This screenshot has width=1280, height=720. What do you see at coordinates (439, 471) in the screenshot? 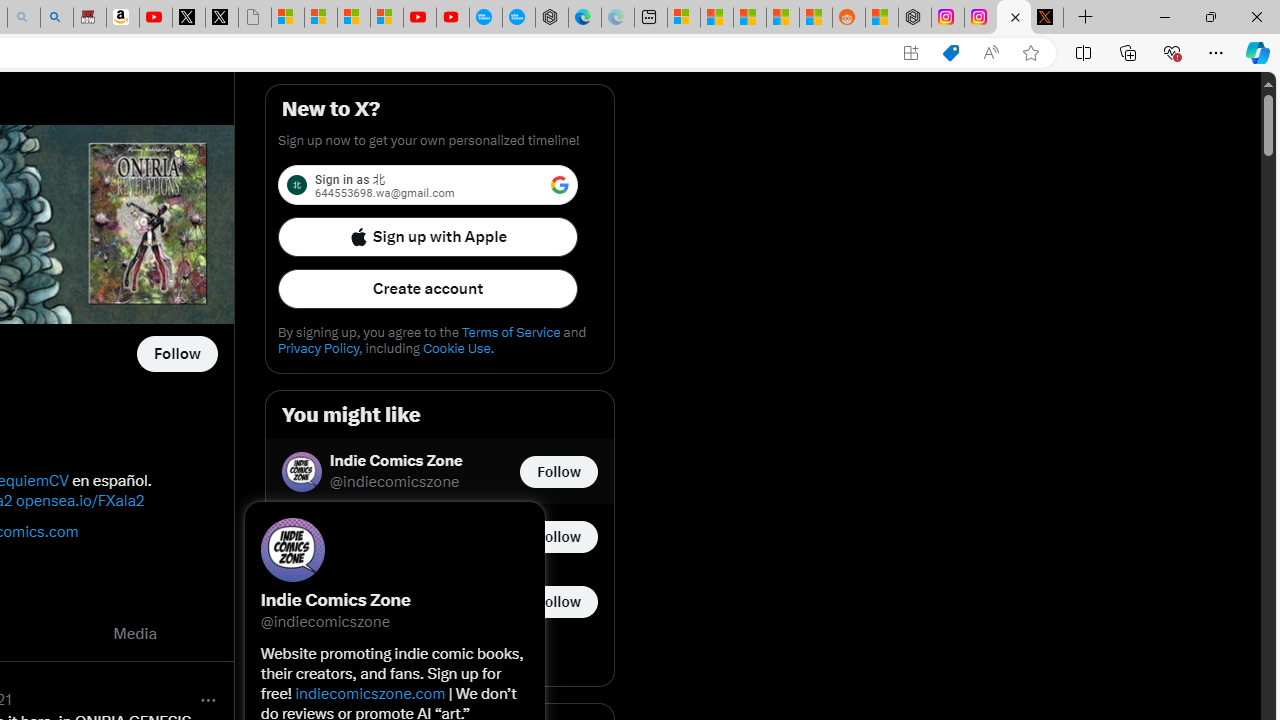
I see `'Indie Comics Zone @indiecomicszone Follow @indiecomicszone'` at bounding box center [439, 471].